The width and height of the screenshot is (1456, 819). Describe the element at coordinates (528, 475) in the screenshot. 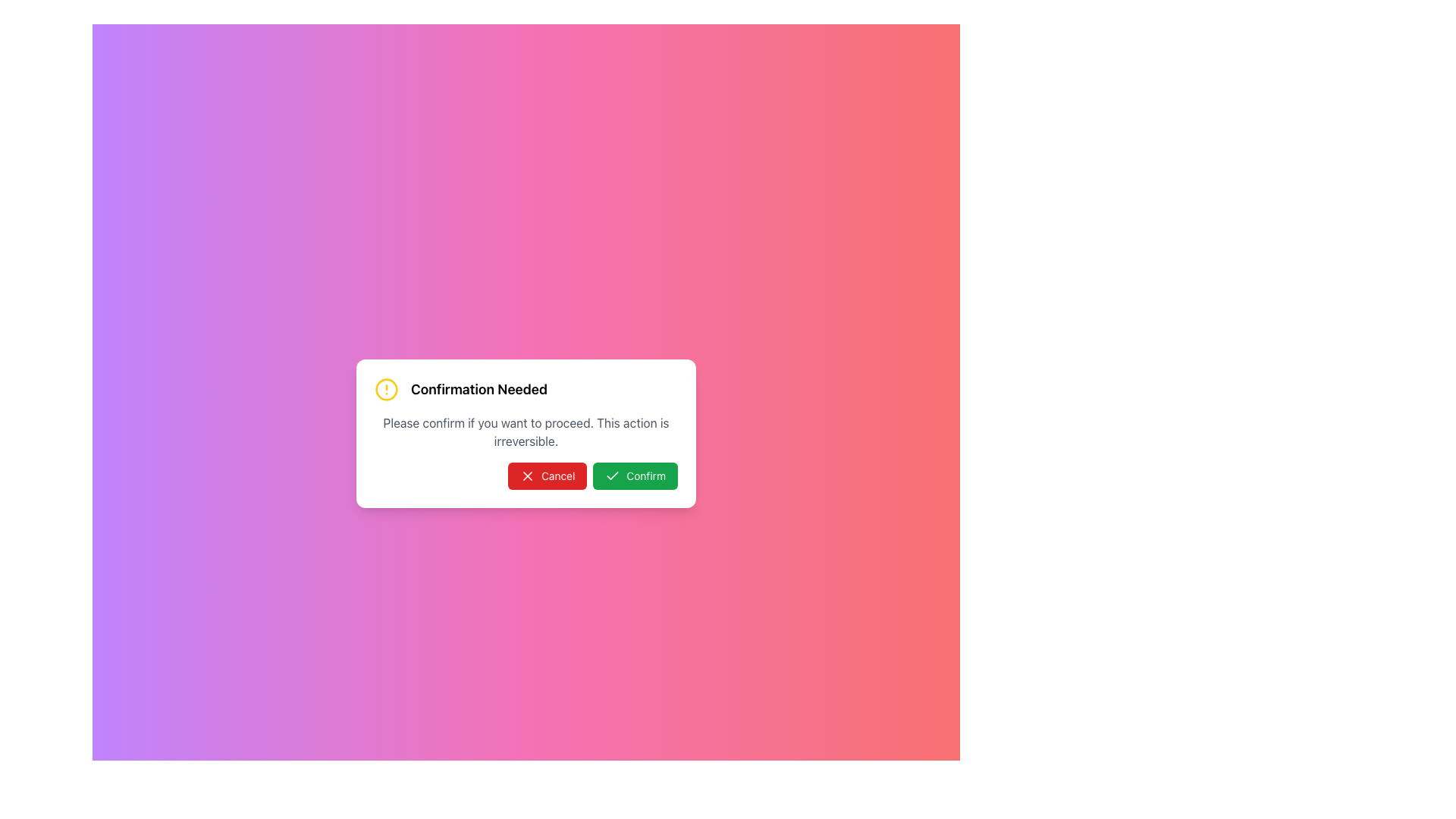

I see `the red 'Cancel' button containing the 'X' icon on the confirmation dialog interface` at that location.